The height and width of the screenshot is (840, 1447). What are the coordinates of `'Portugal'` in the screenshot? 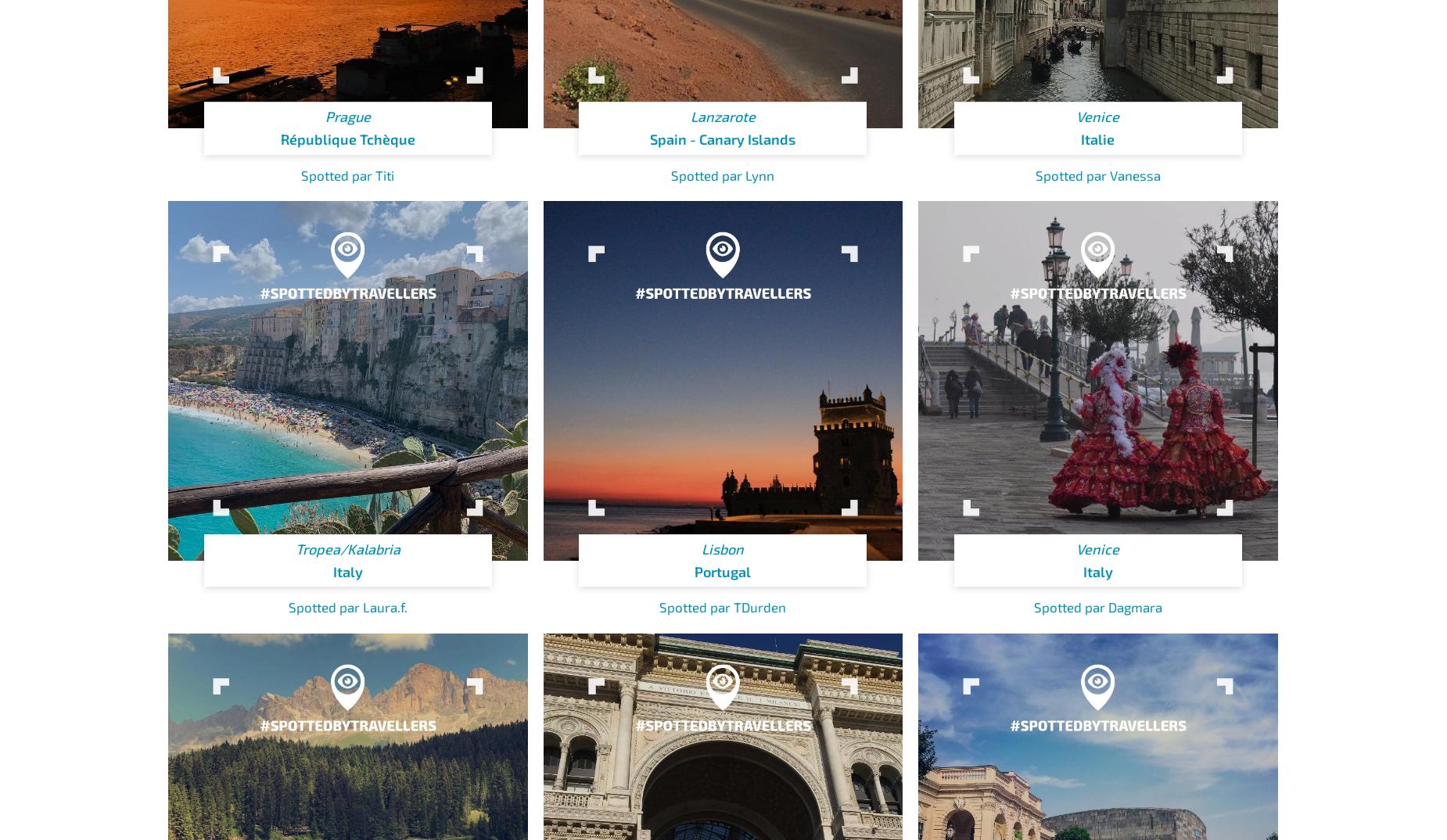 It's located at (695, 570).